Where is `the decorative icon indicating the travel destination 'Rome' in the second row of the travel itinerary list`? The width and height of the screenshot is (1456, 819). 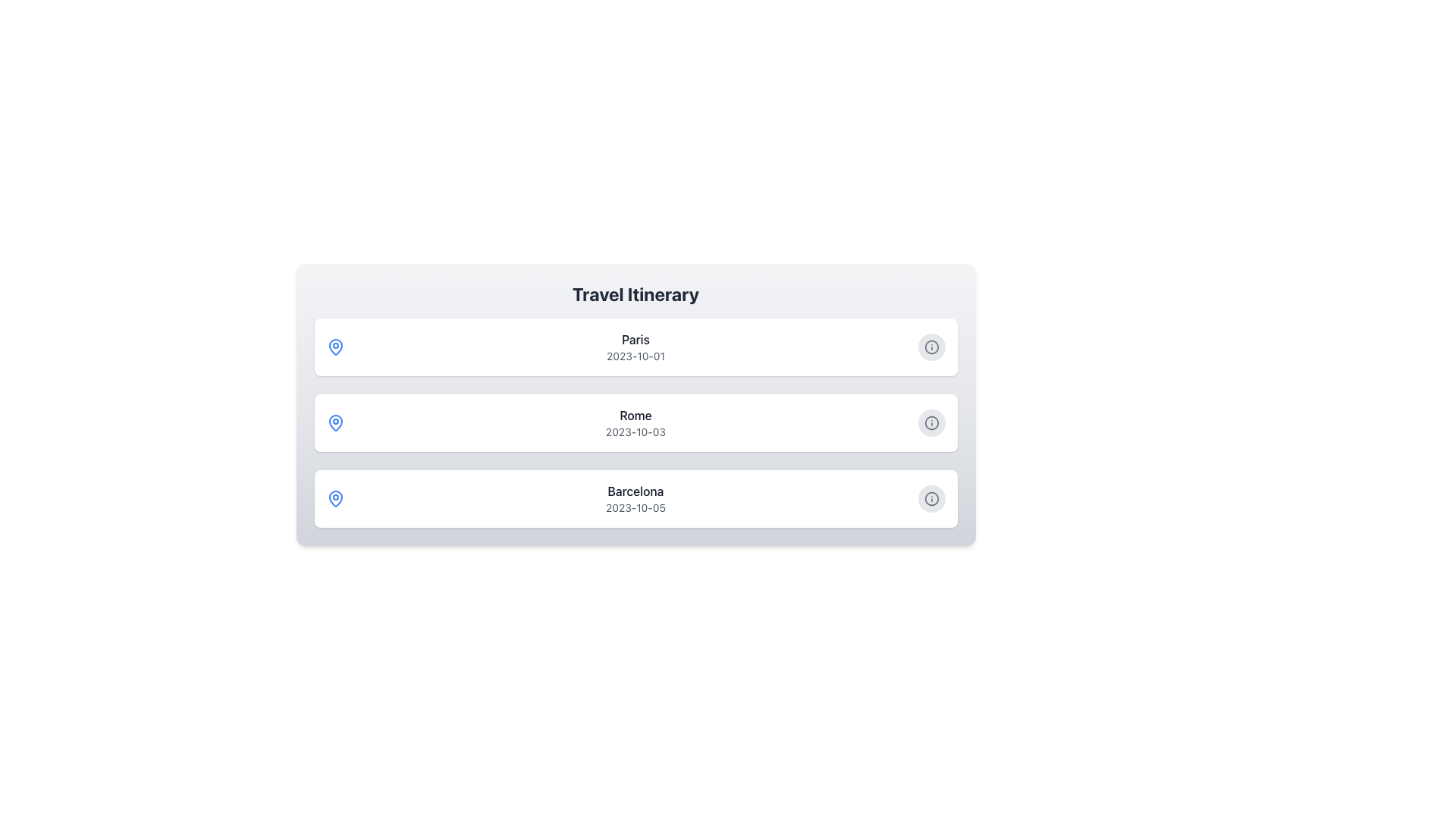 the decorative icon indicating the travel destination 'Rome' in the second row of the travel itinerary list is located at coordinates (334, 423).